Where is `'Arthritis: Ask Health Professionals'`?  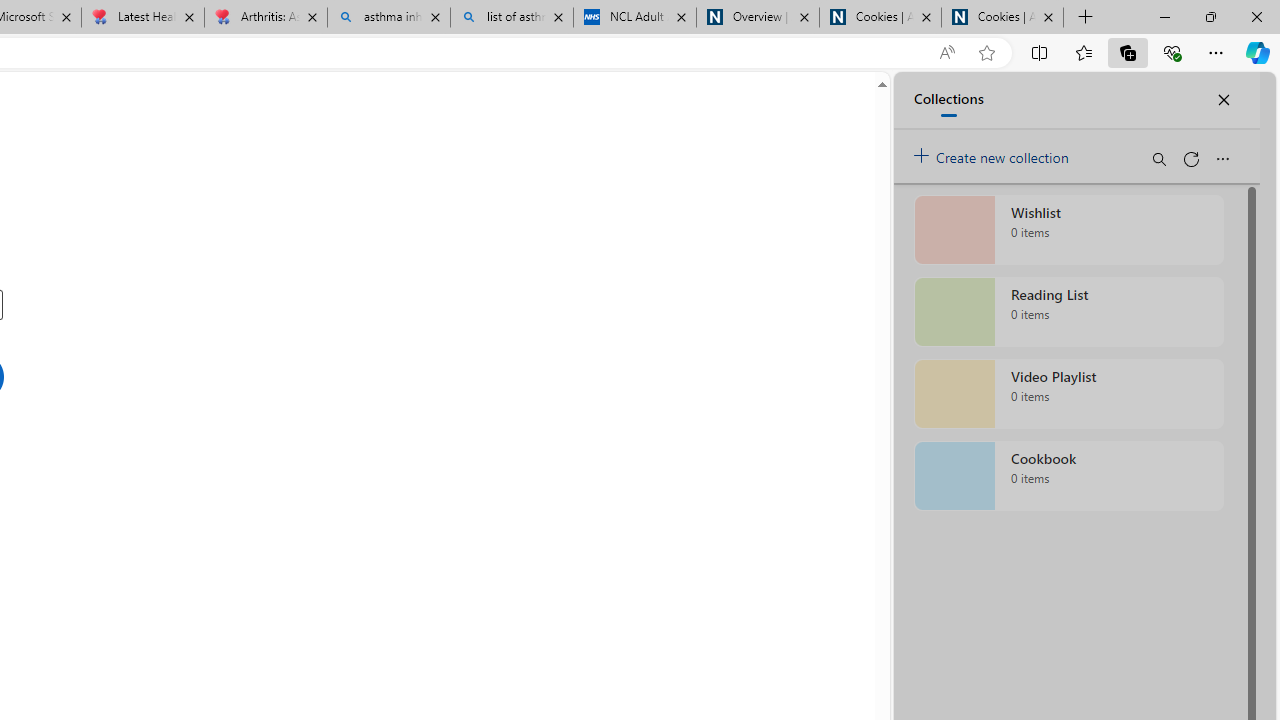 'Arthritis: Ask Health Professionals' is located at coordinates (264, 17).